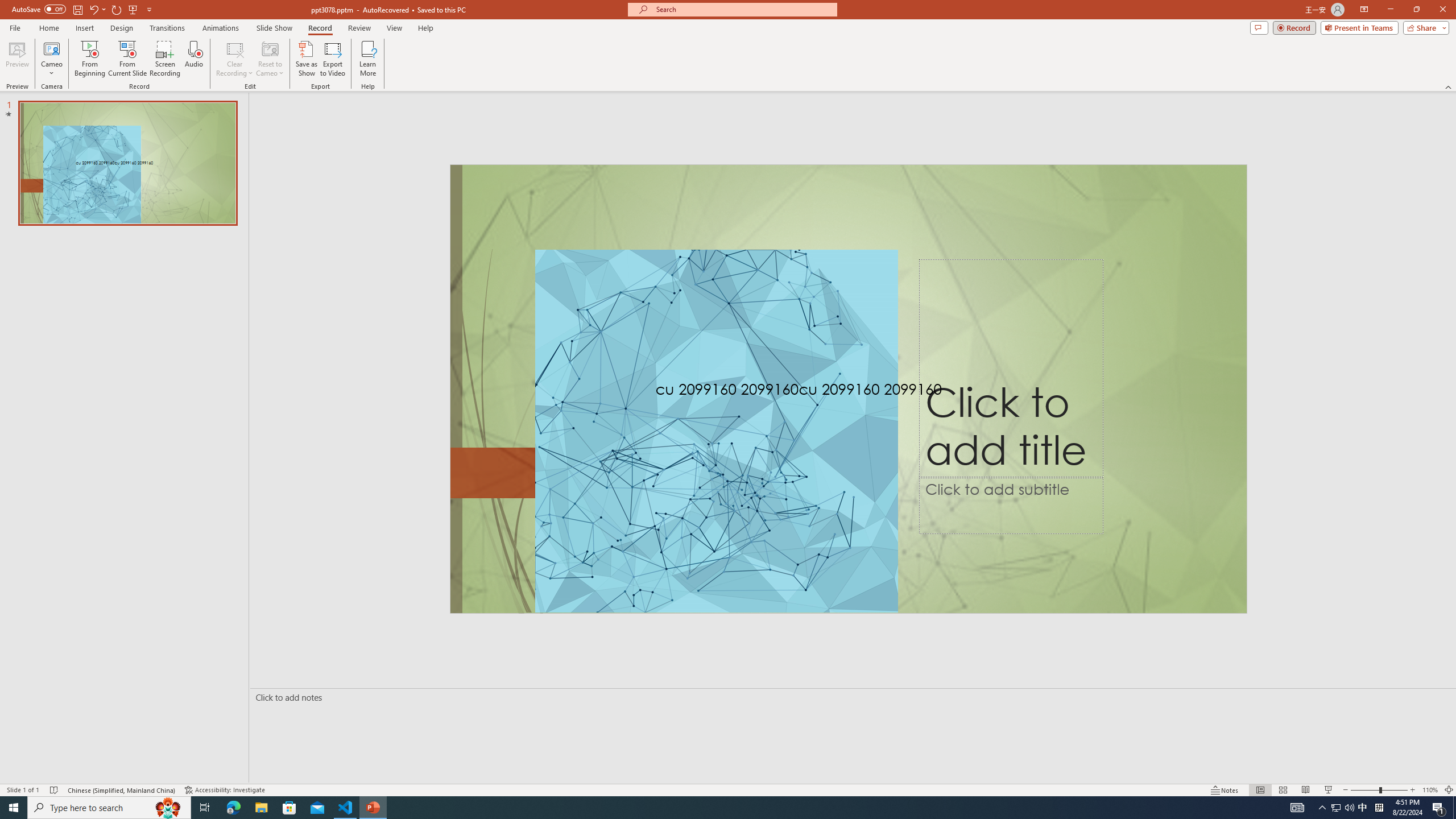 The image size is (1456, 819). What do you see at coordinates (269, 59) in the screenshot?
I see `'Reset to Cameo'` at bounding box center [269, 59].